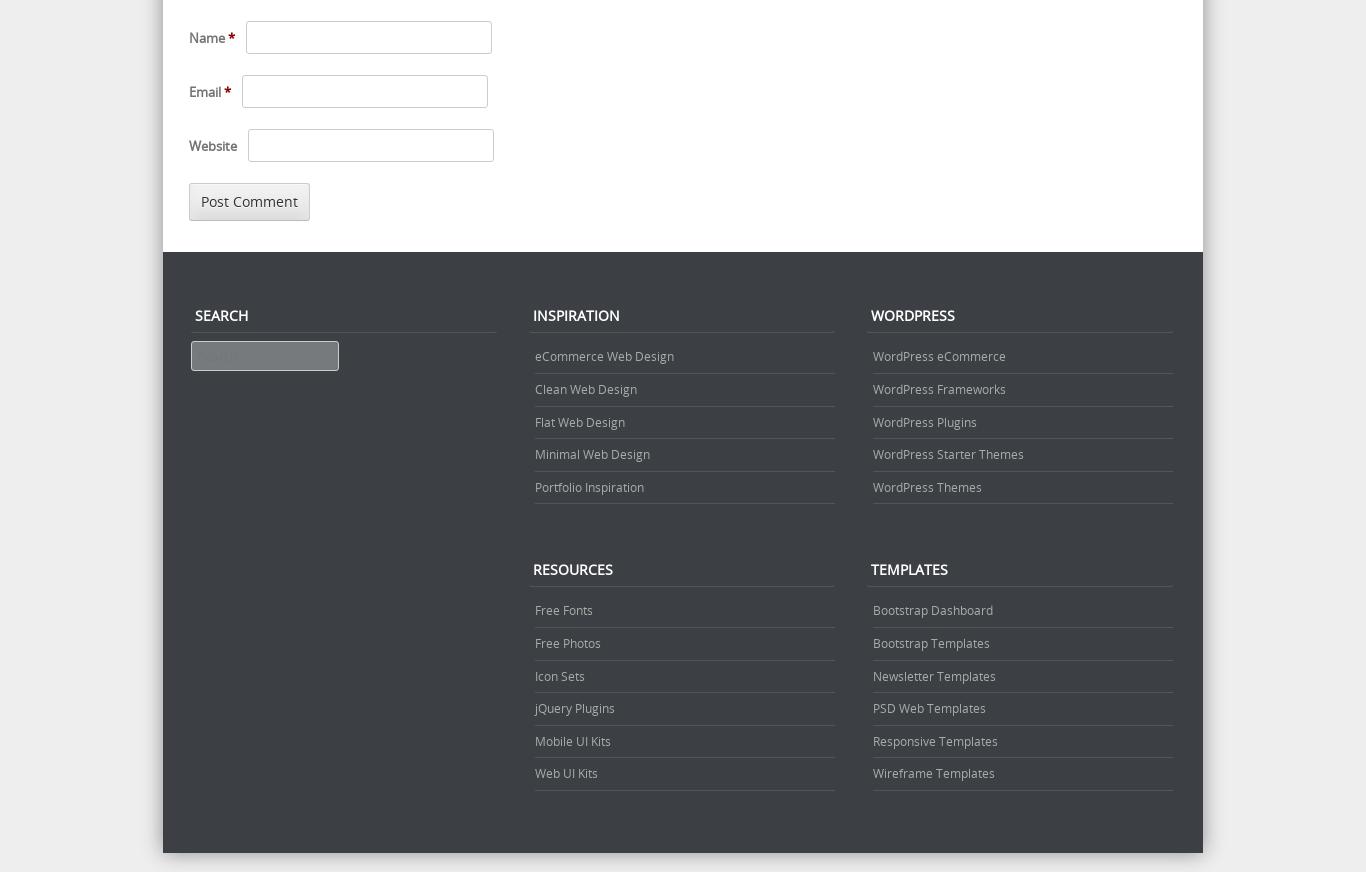 The height and width of the screenshot is (872, 1366). What do you see at coordinates (908, 568) in the screenshot?
I see `'Templates'` at bounding box center [908, 568].